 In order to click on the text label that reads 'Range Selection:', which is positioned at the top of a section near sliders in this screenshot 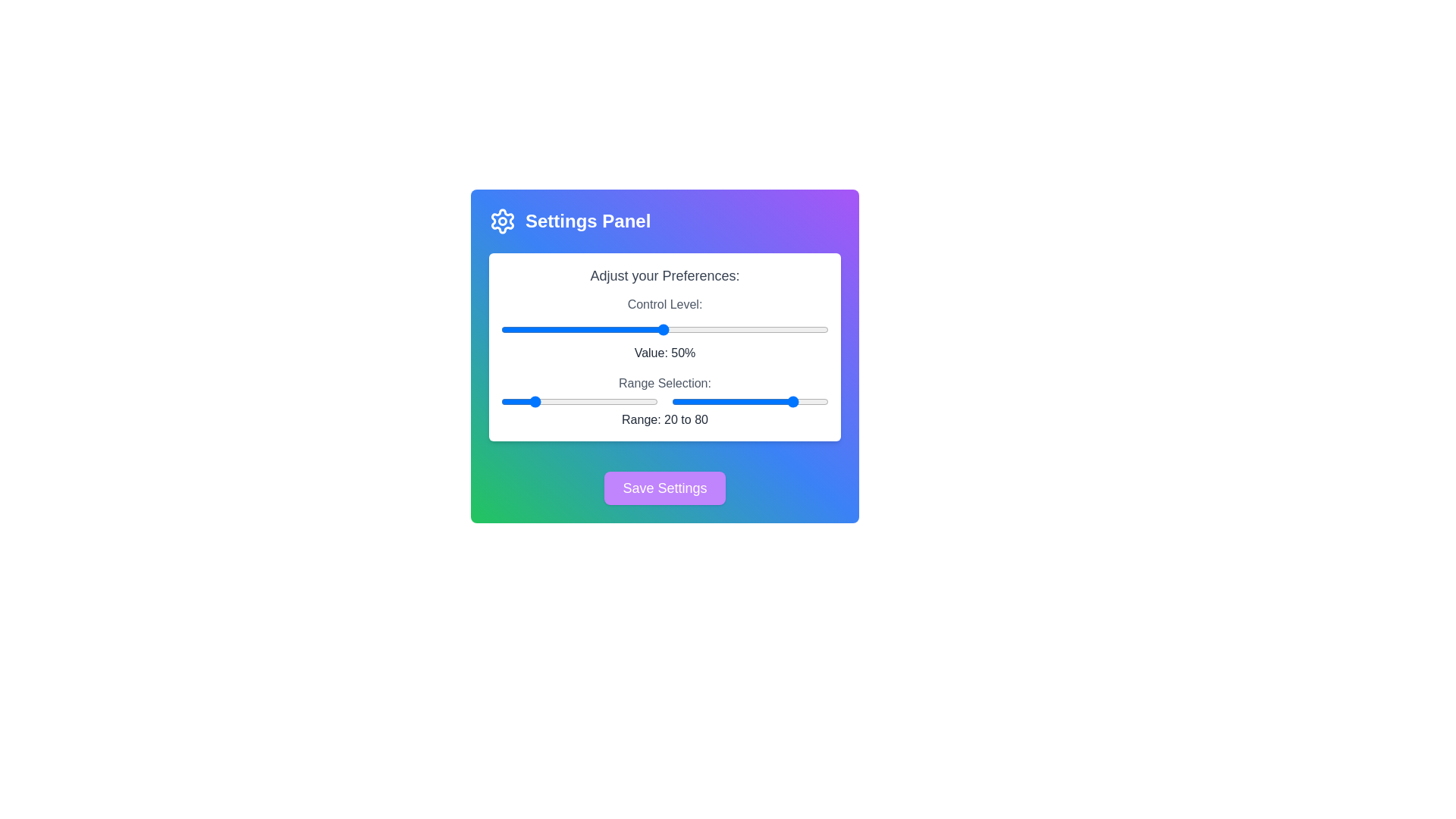, I will do `click(665, 382)`.